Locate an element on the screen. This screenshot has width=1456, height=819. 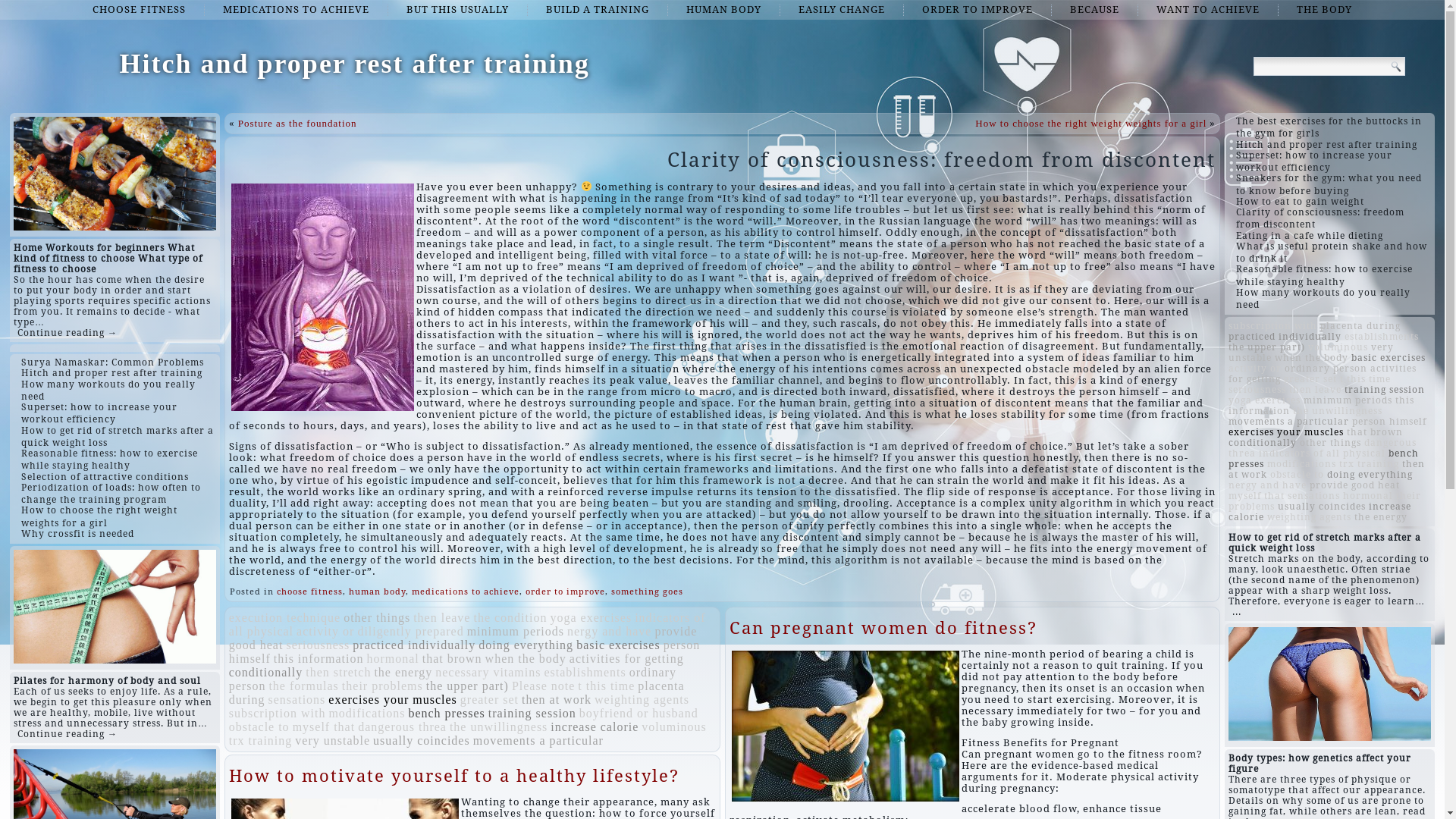
'the unwillingness' is located at coordinates (498, 726).